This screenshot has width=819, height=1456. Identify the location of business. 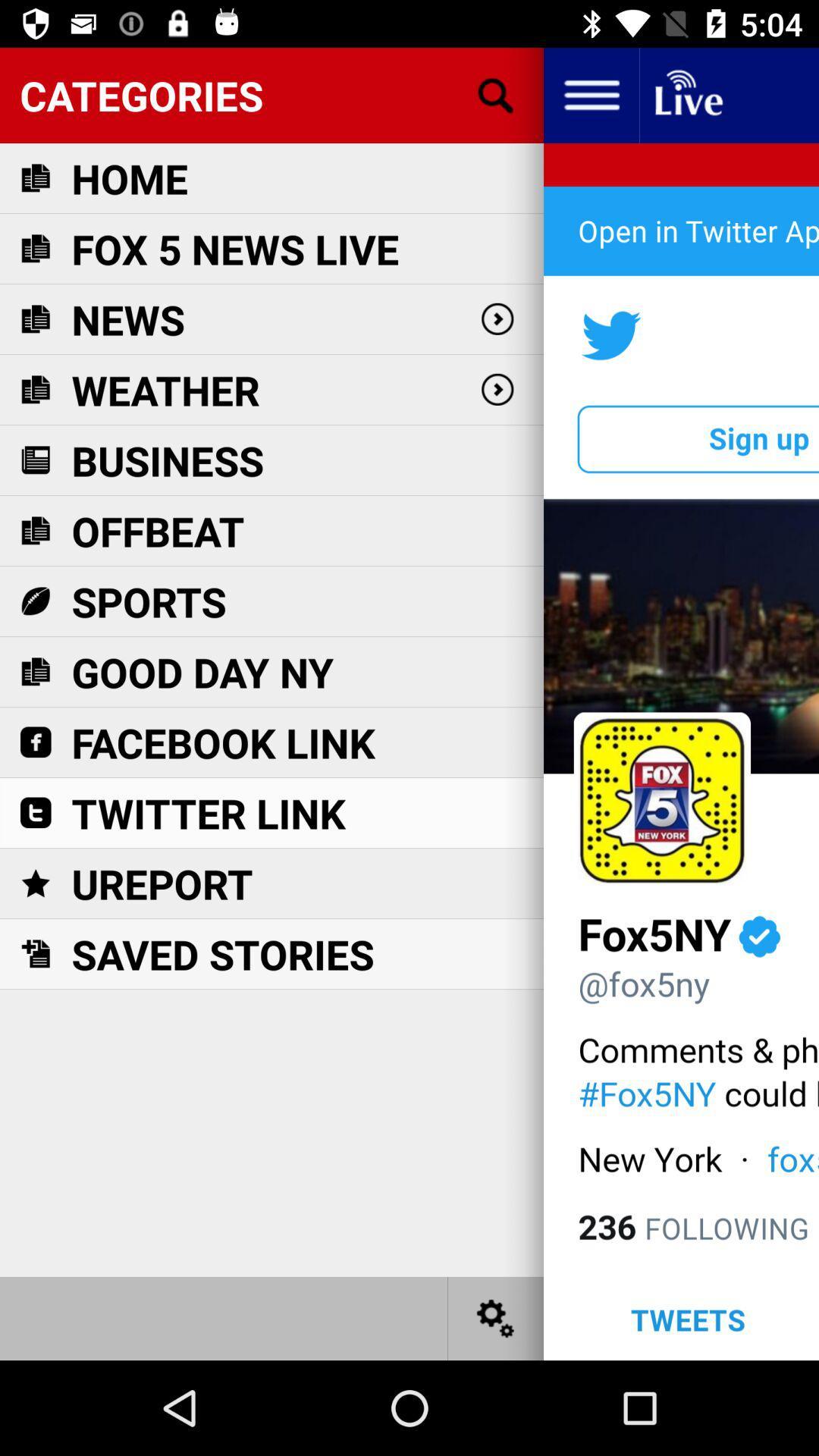
(168, 460).